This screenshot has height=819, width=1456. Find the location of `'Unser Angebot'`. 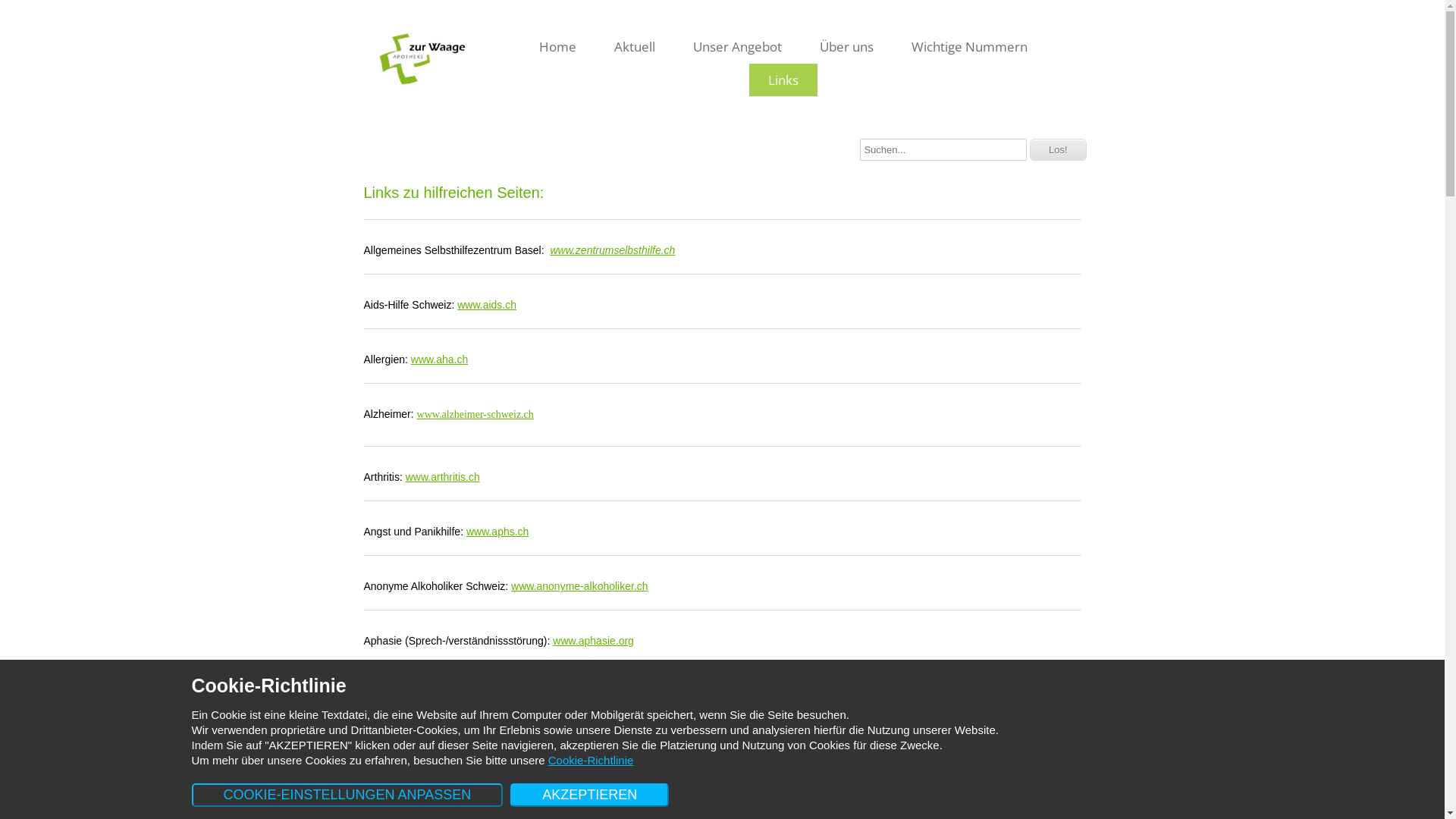

'Unser Angebot' is located at coordinates (737, 45).